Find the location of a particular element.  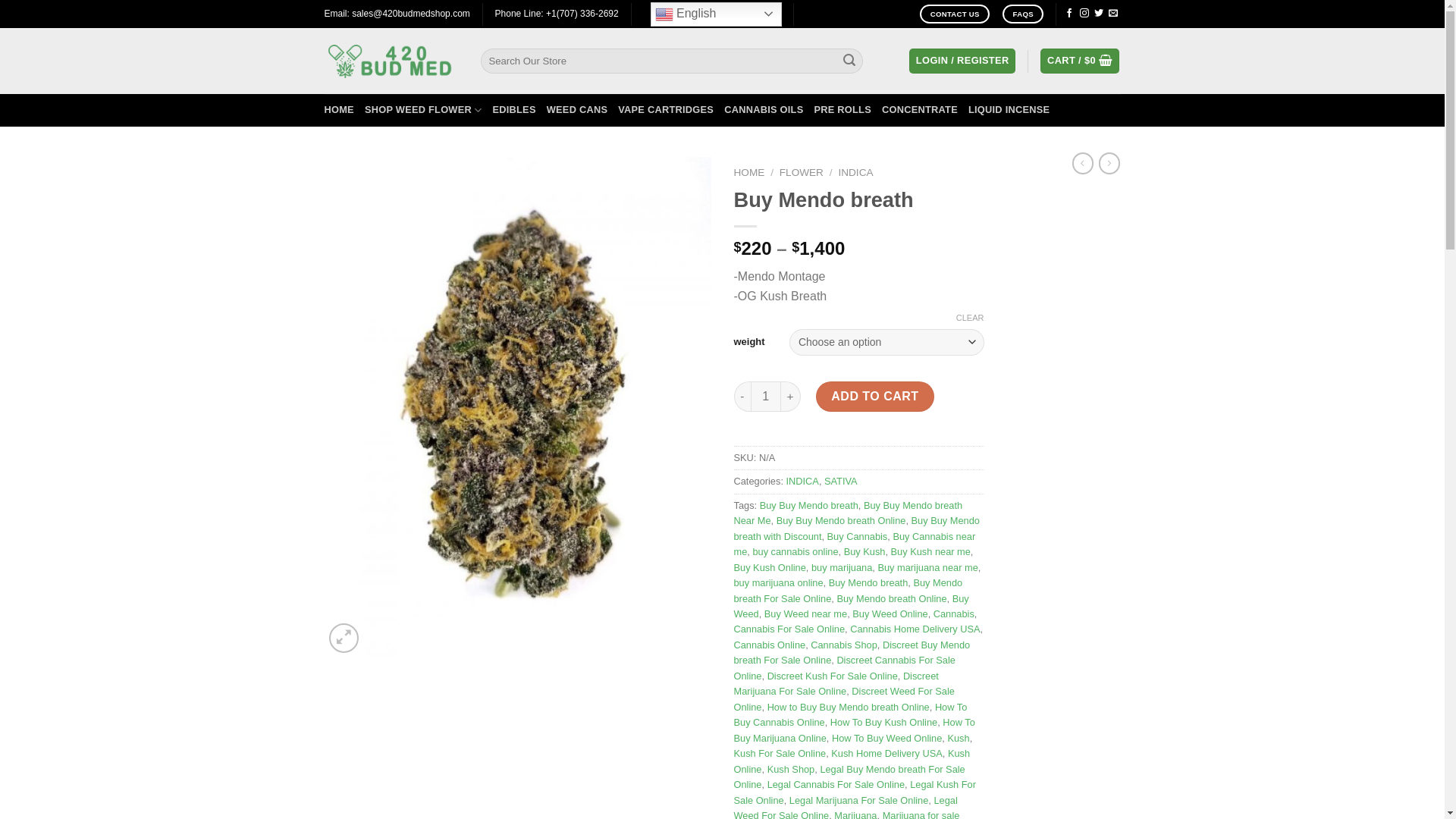

'Discreet Marijuana For Sale Online' is located at coordinates (836, 683).